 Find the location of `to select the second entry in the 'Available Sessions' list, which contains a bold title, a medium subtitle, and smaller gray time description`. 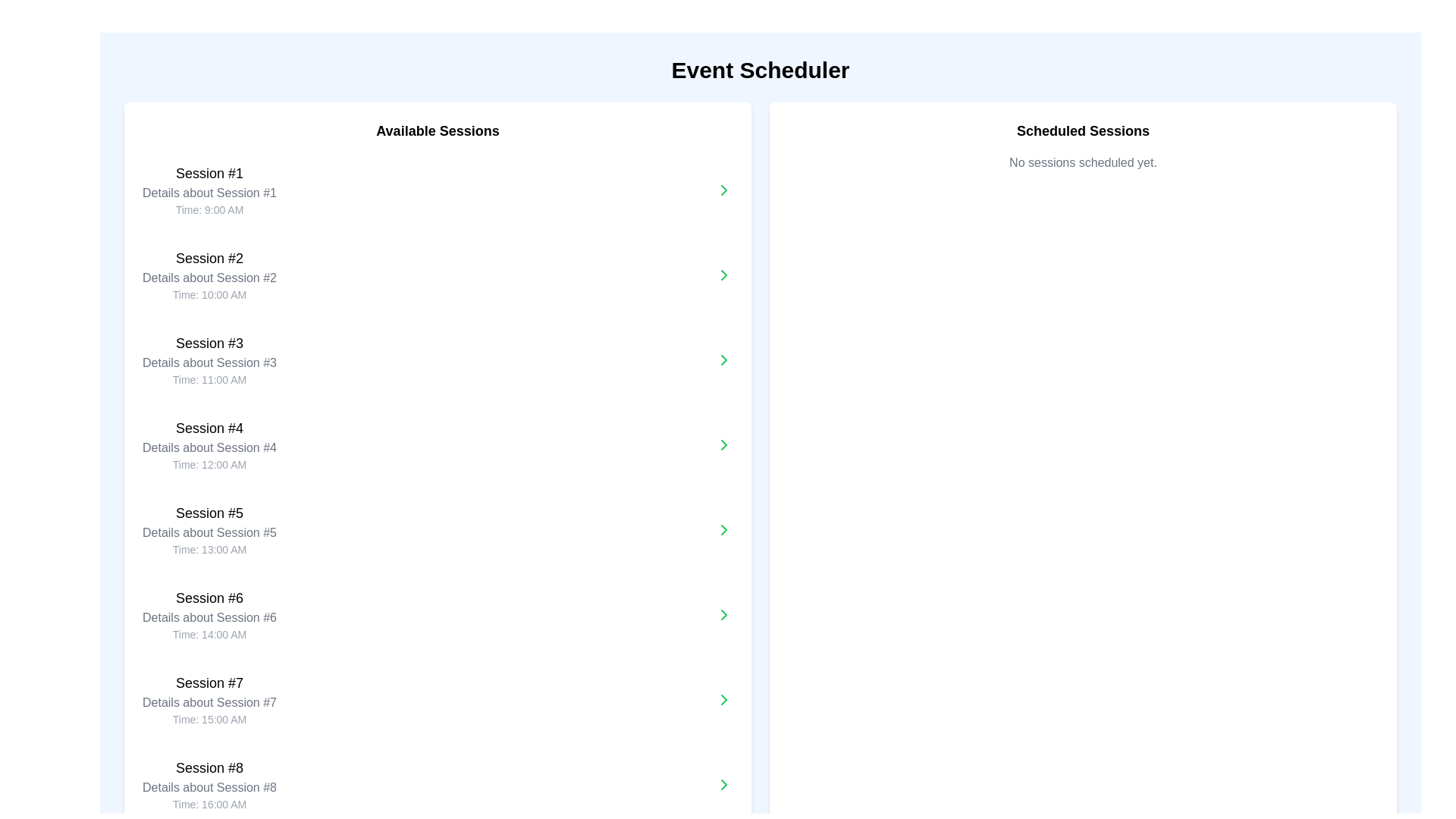

to select the second entry in the 'Available Sessions' list, which contains a bold title, a medium subtitle, and smaller gray time description is located at coordinates (209, 275).